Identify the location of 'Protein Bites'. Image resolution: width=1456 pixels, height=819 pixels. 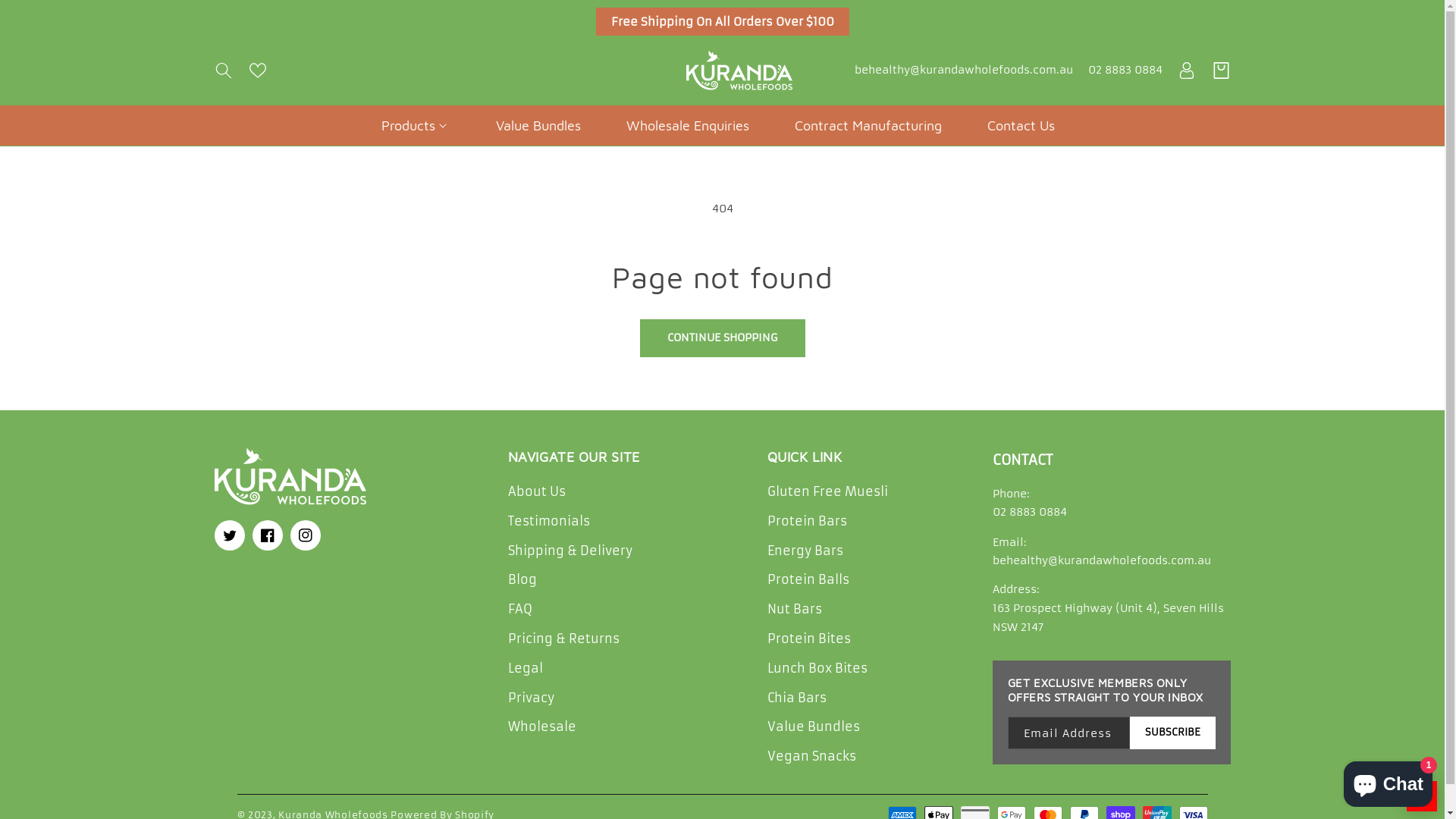
(808, 639).